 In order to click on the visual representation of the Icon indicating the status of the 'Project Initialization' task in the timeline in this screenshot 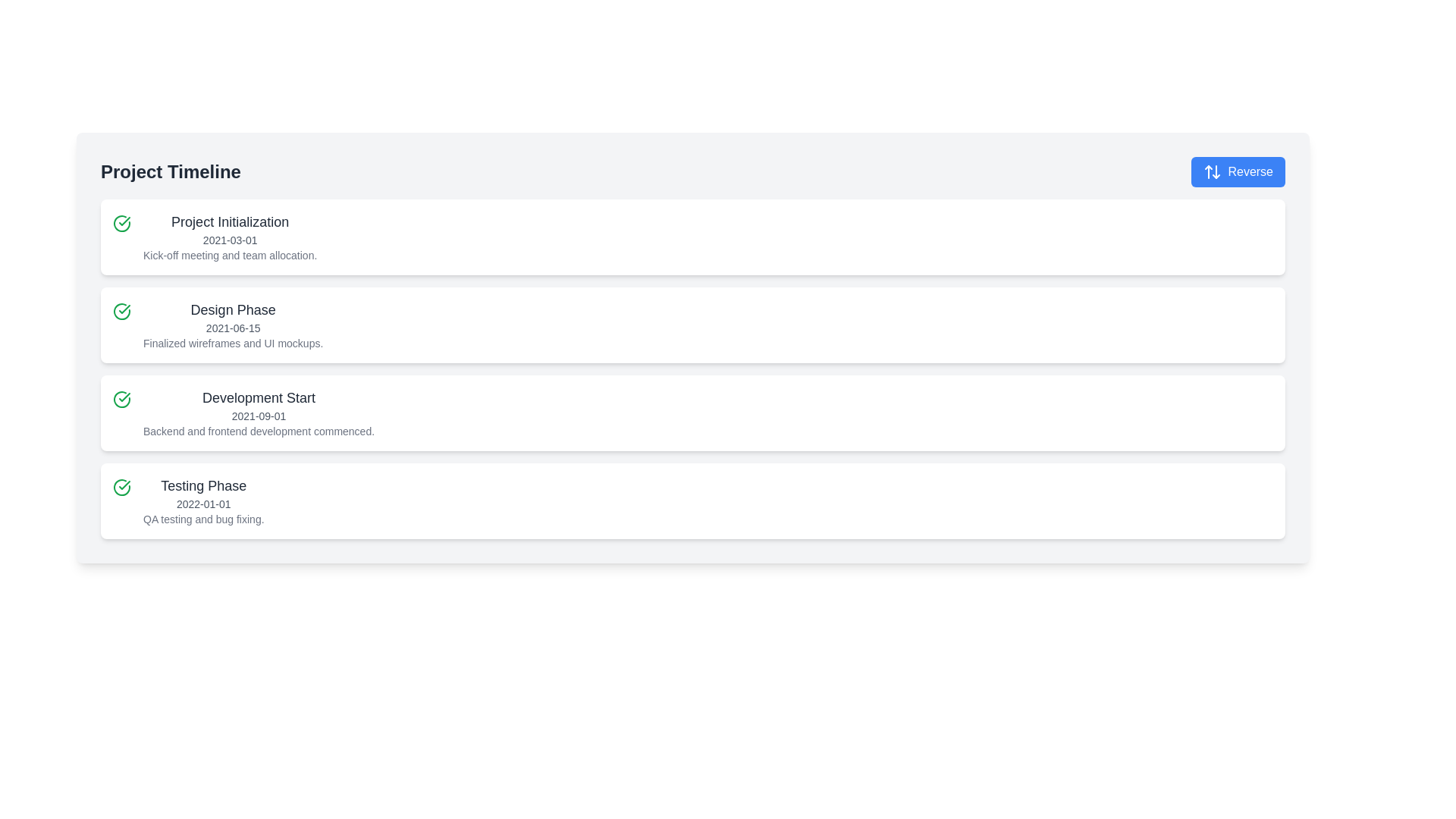, I will do `click(122, 223)`.